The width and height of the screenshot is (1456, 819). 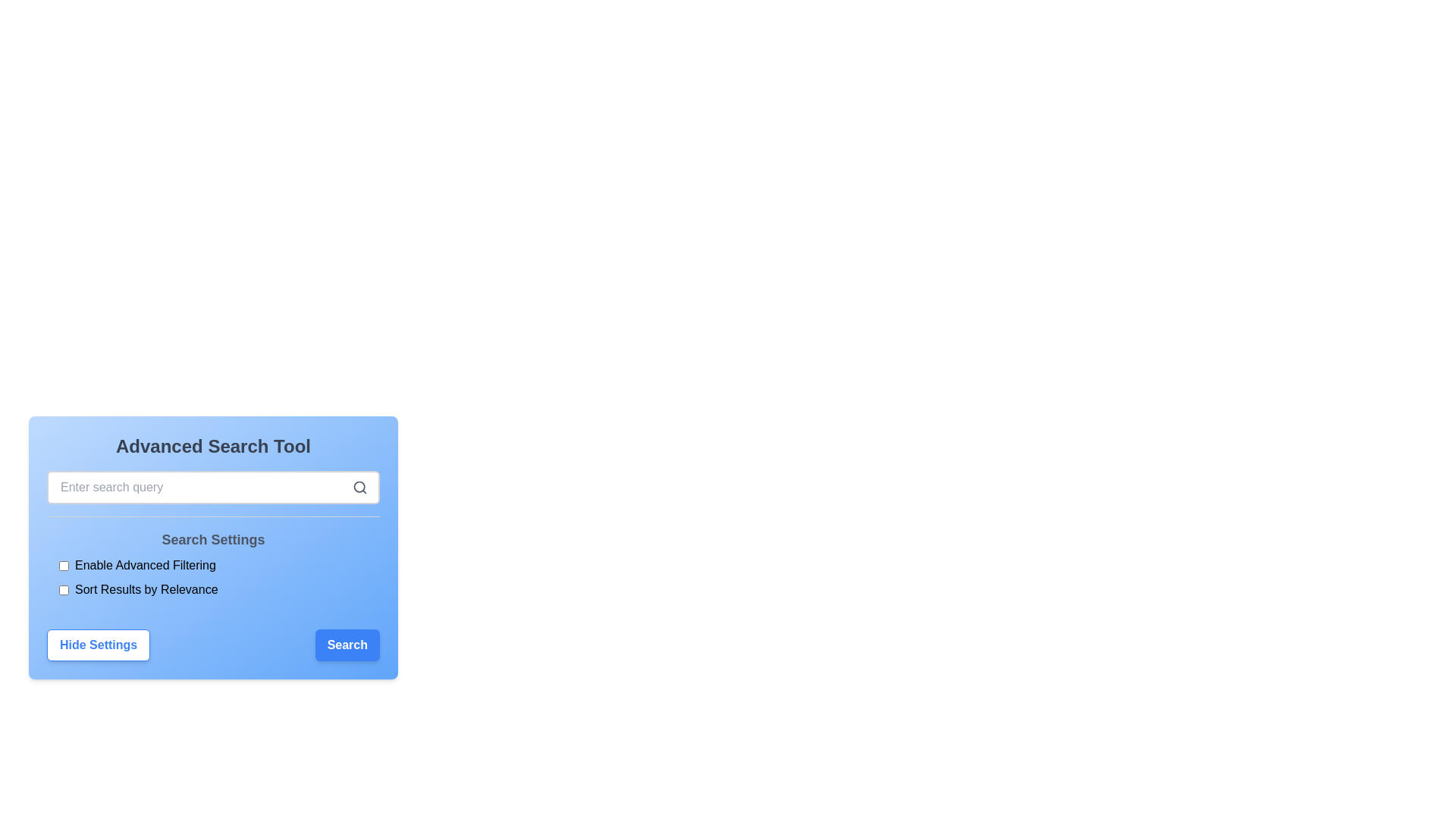 What do you see at coordinates (146, 565) in the screenshot?
I see `the 'Enable Advanced Filtering' text label located in the 'Search Settings' section, which is styled in black font and positioned beside a checkbox` at bounding box center [146, 565].